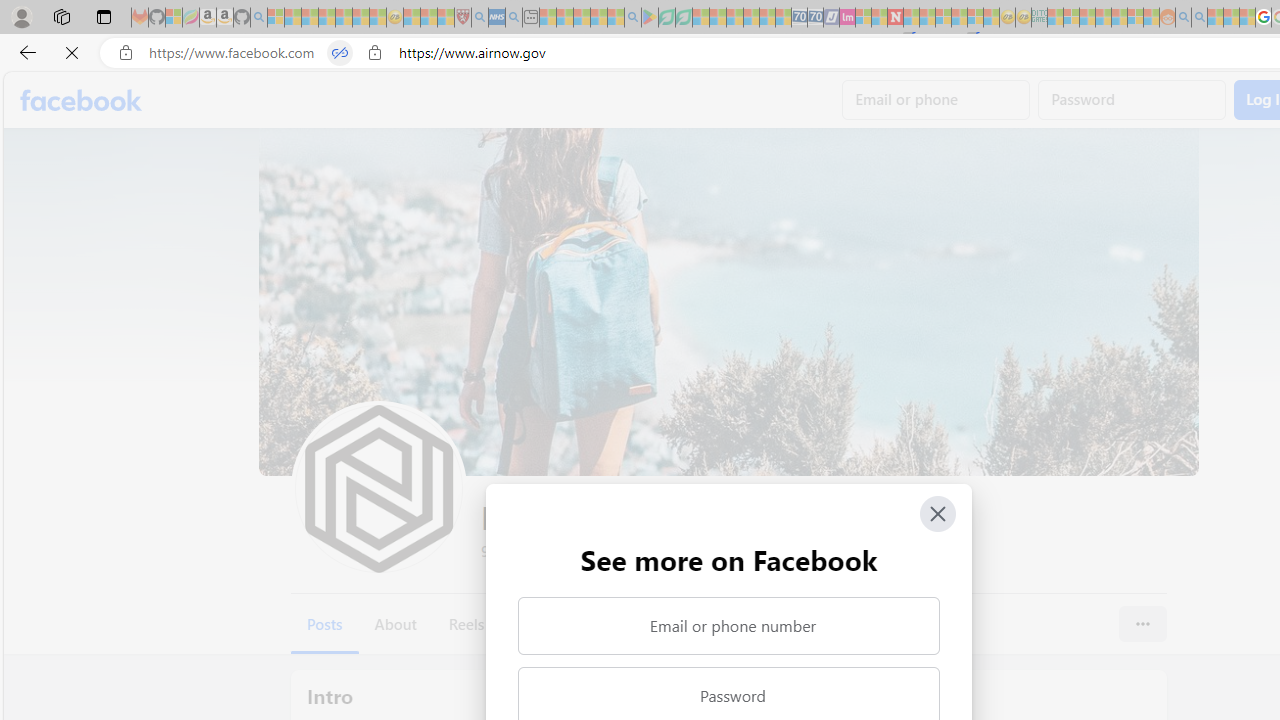 The height and width of the screenshot is (720, 1280). What do you see at coordinates (1055, 17) in the screenshot?
I see `'MSNBC - MSN - Sleeping'` at bounding box center [1055, 17].